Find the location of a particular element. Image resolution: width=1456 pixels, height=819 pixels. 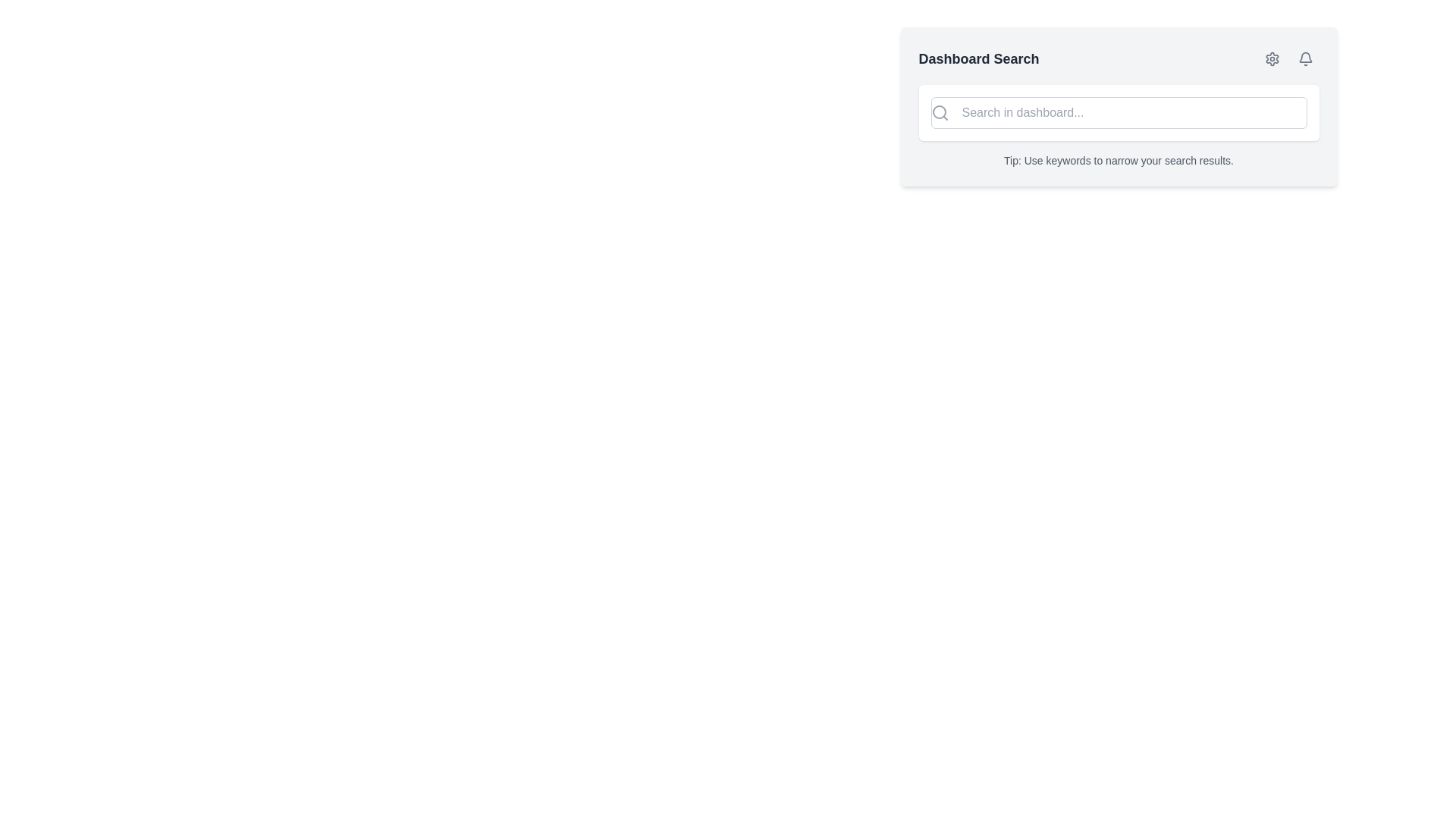

the small bell icon button with a light gray outline is located at coordinates (1304, 58).